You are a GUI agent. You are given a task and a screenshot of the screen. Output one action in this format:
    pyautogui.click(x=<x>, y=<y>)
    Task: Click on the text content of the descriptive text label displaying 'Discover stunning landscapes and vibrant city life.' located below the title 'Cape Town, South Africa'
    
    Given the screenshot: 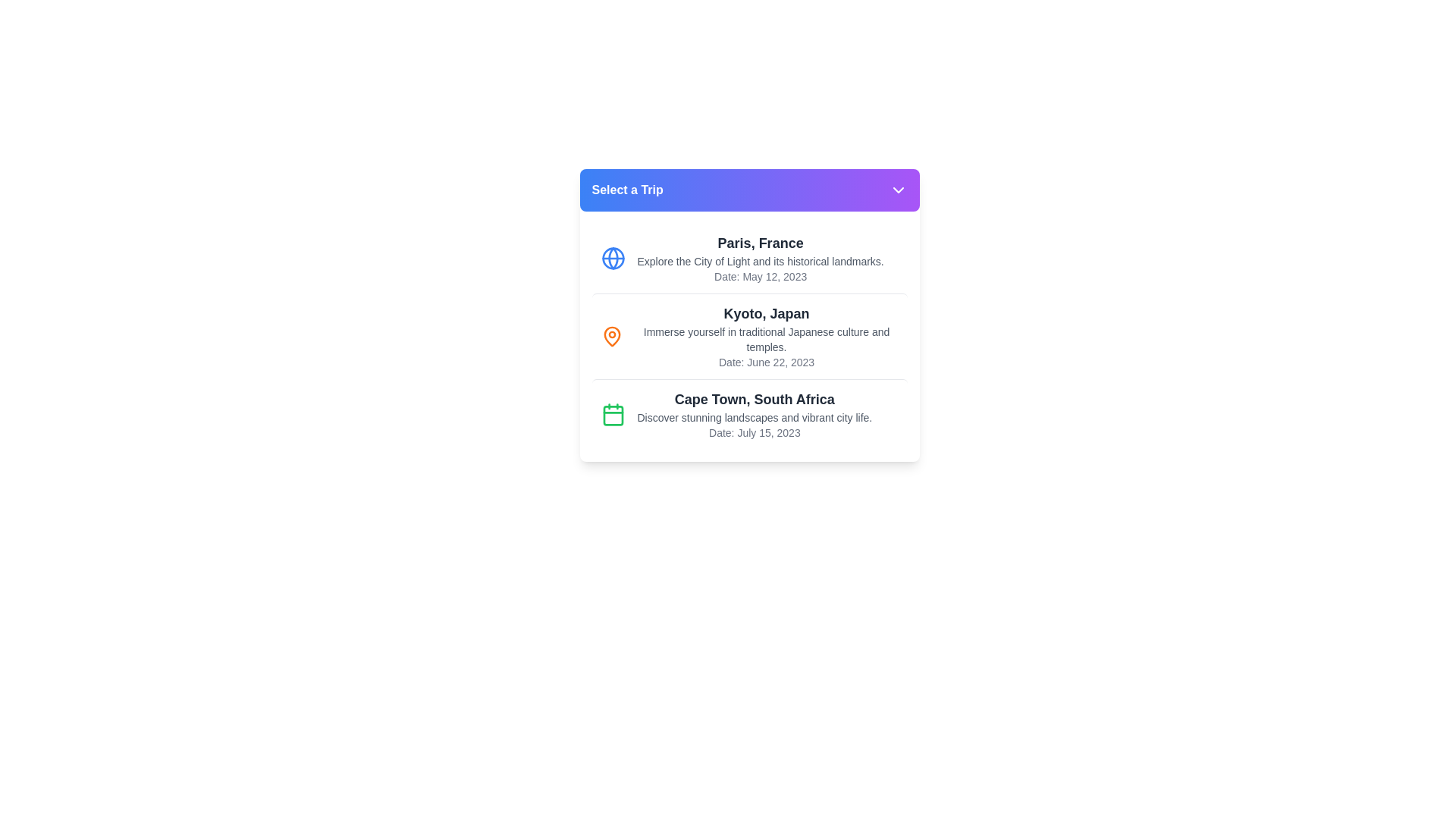 What is the action you would take?
    pyautogui.click(x=755, y=418)
    